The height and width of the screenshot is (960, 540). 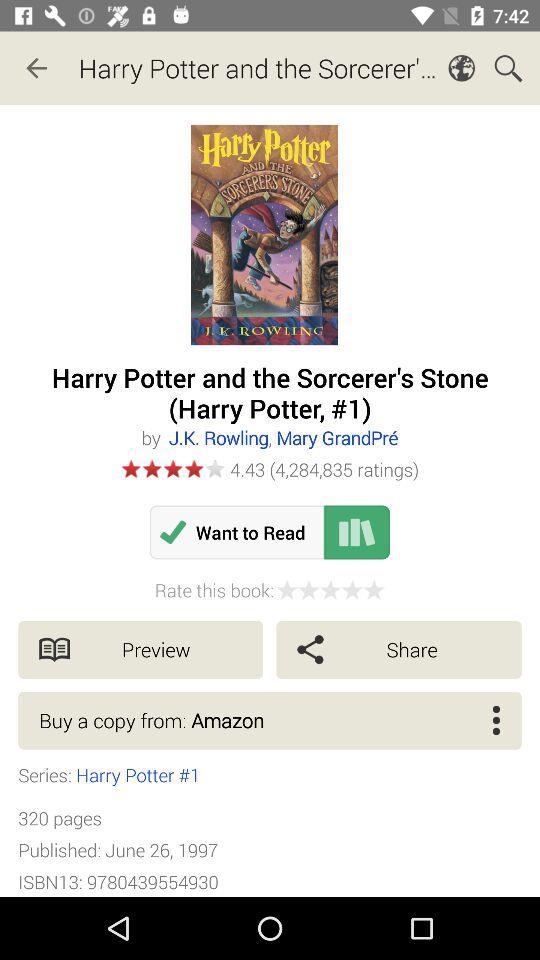 What do you see at coordinates (399, 648) in the screenshot?
I see `icon above the buy a copy` at bounding box center [399, 648].